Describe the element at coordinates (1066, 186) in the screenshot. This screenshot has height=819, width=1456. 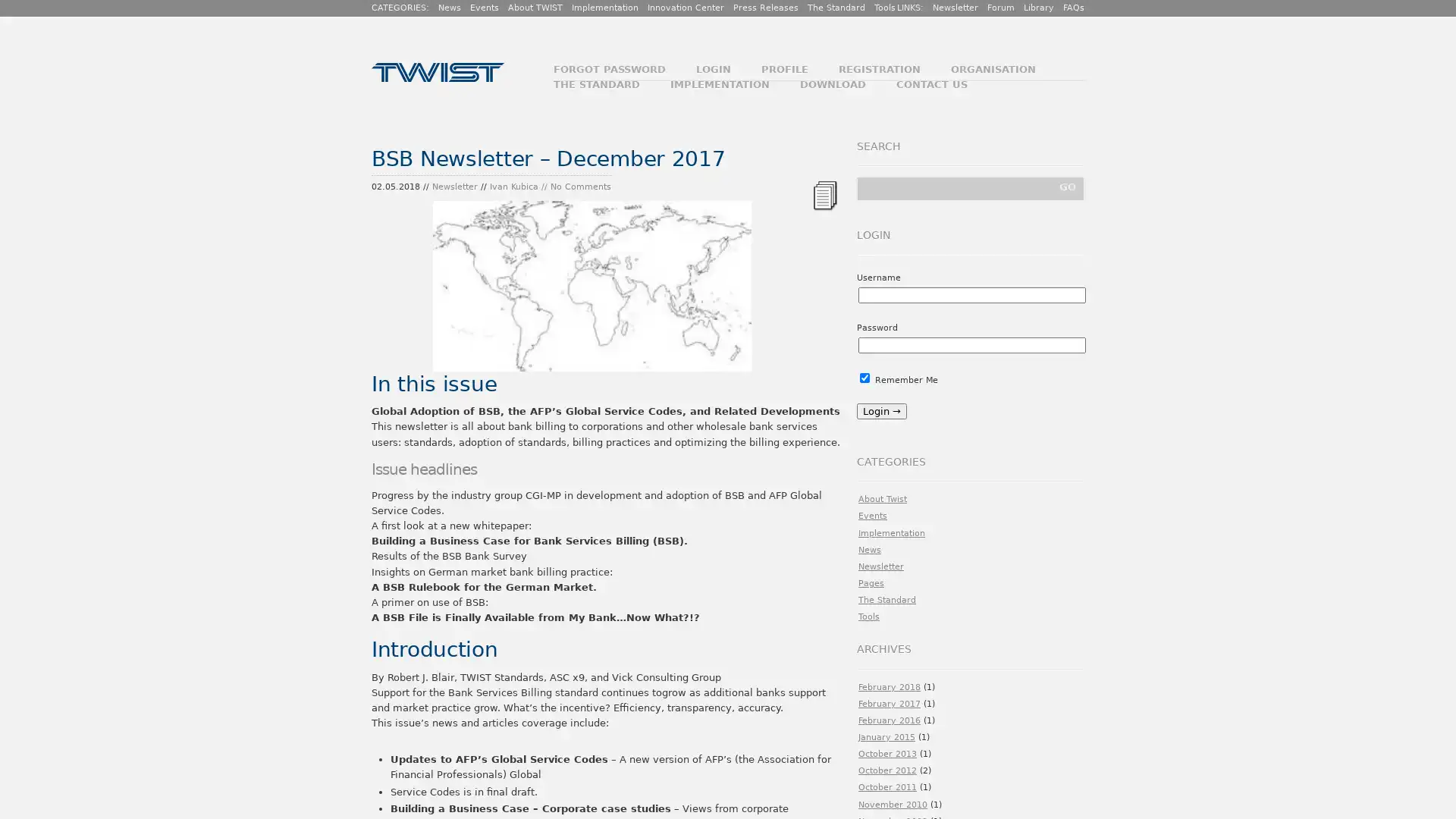
I see `GO` at that location.